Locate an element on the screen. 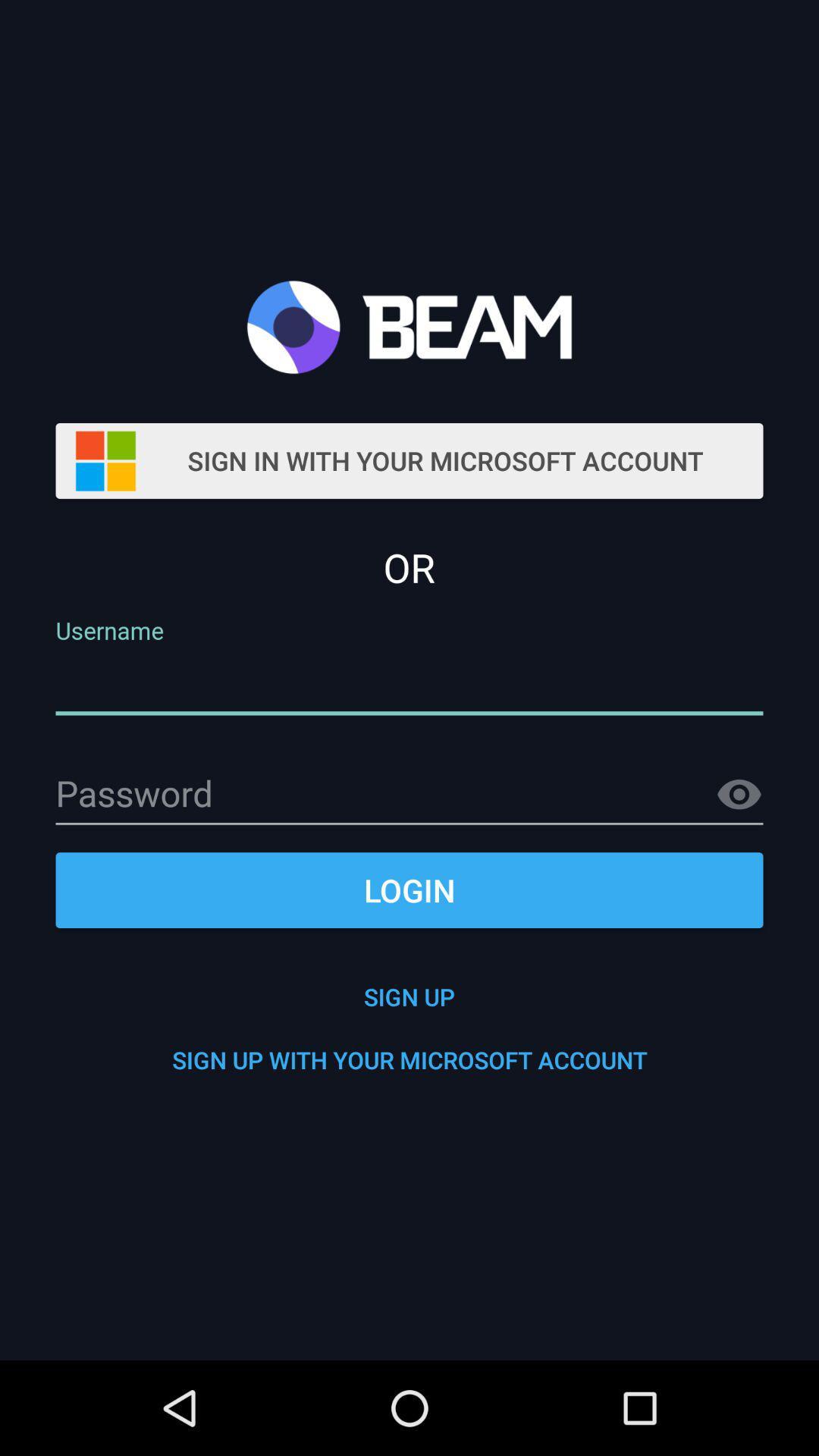 Image resolution: width=819 pixels, height=1456 pixels. login item is located at coordinates (409, 890).